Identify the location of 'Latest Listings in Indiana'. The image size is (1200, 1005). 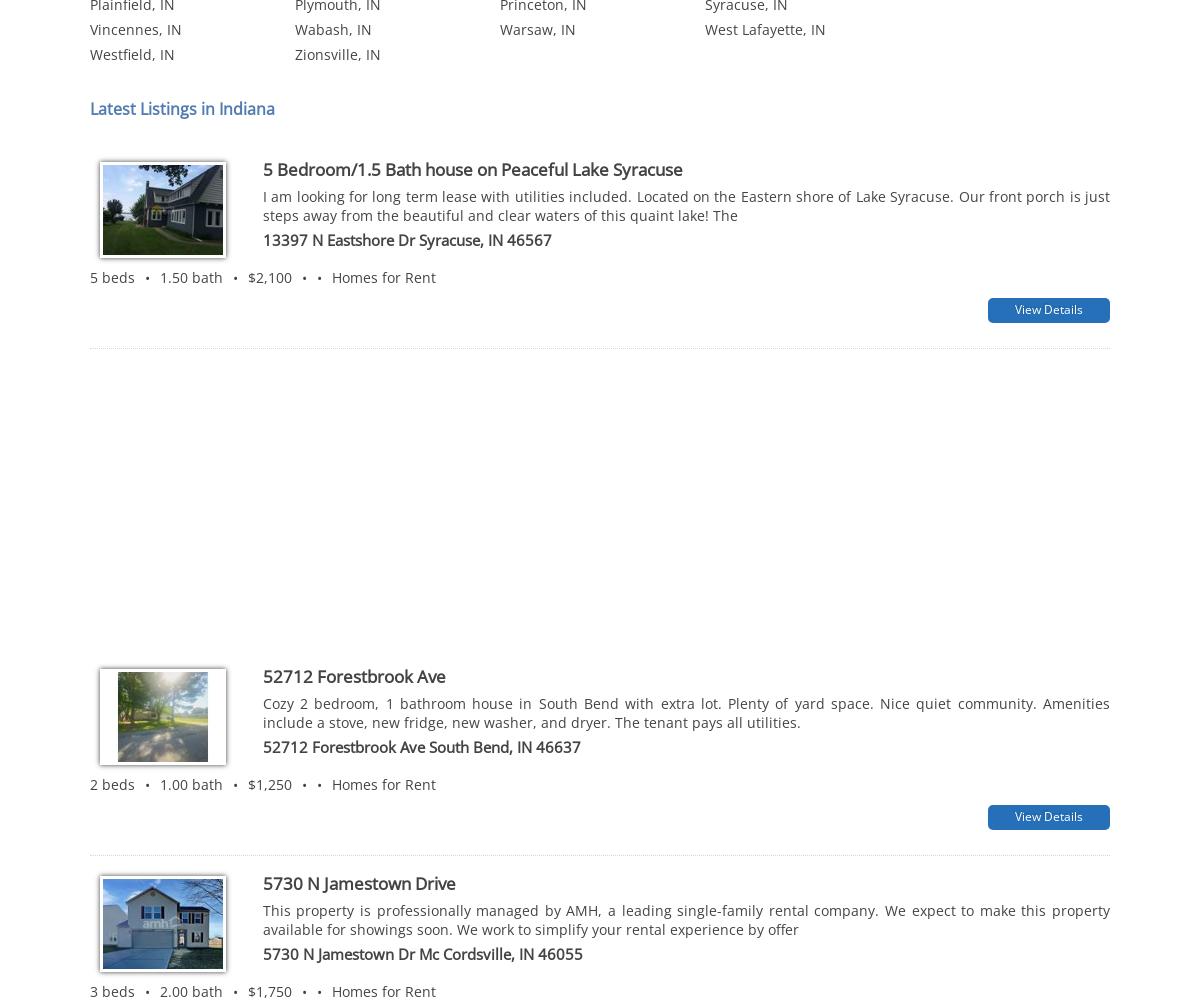
(181, 109).